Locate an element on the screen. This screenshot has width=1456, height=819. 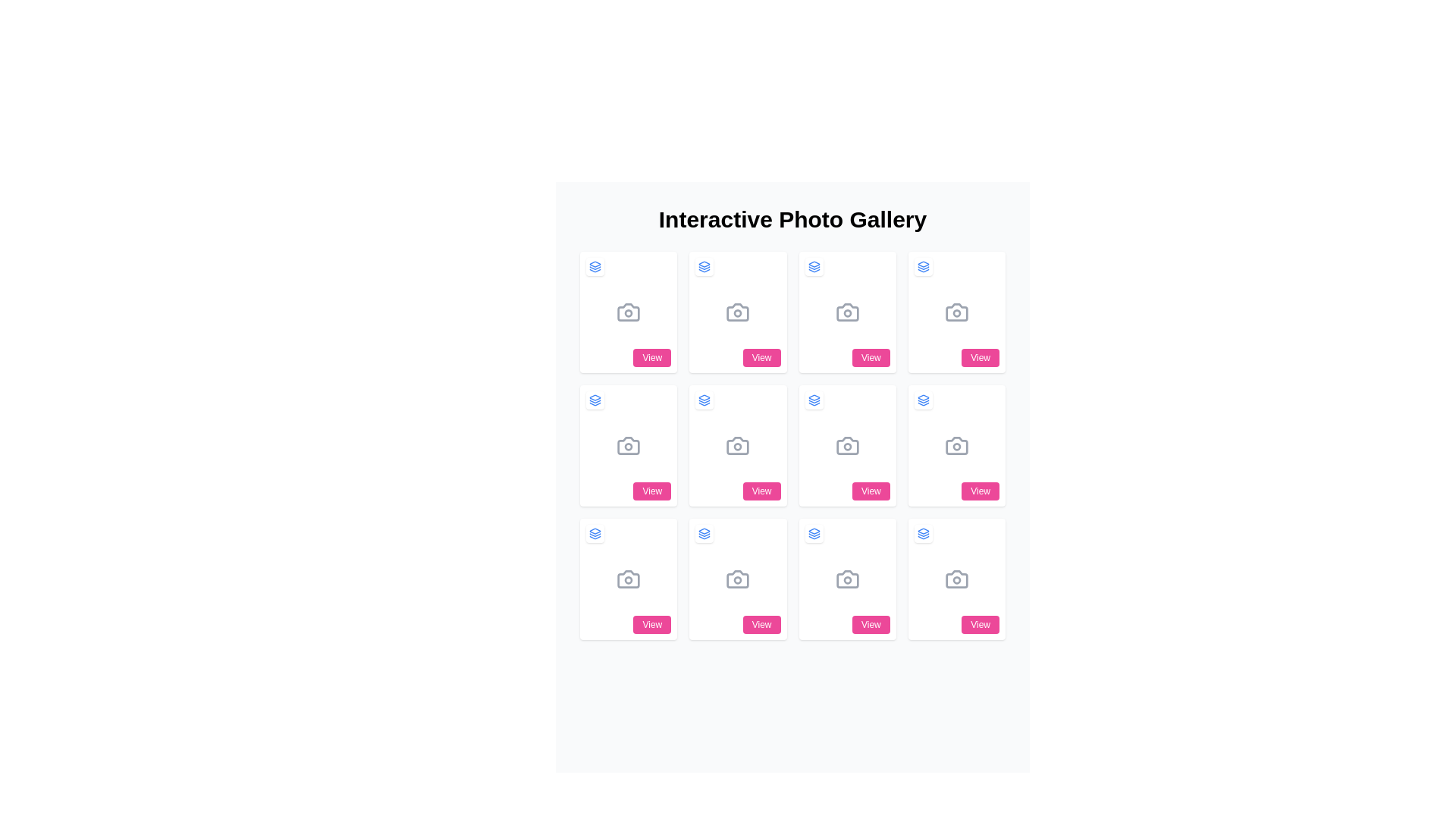
the third card in the top row of the four-column grid layout, located below the title 'Interactive Photo Gallery' is located at coordinates (846, 312).